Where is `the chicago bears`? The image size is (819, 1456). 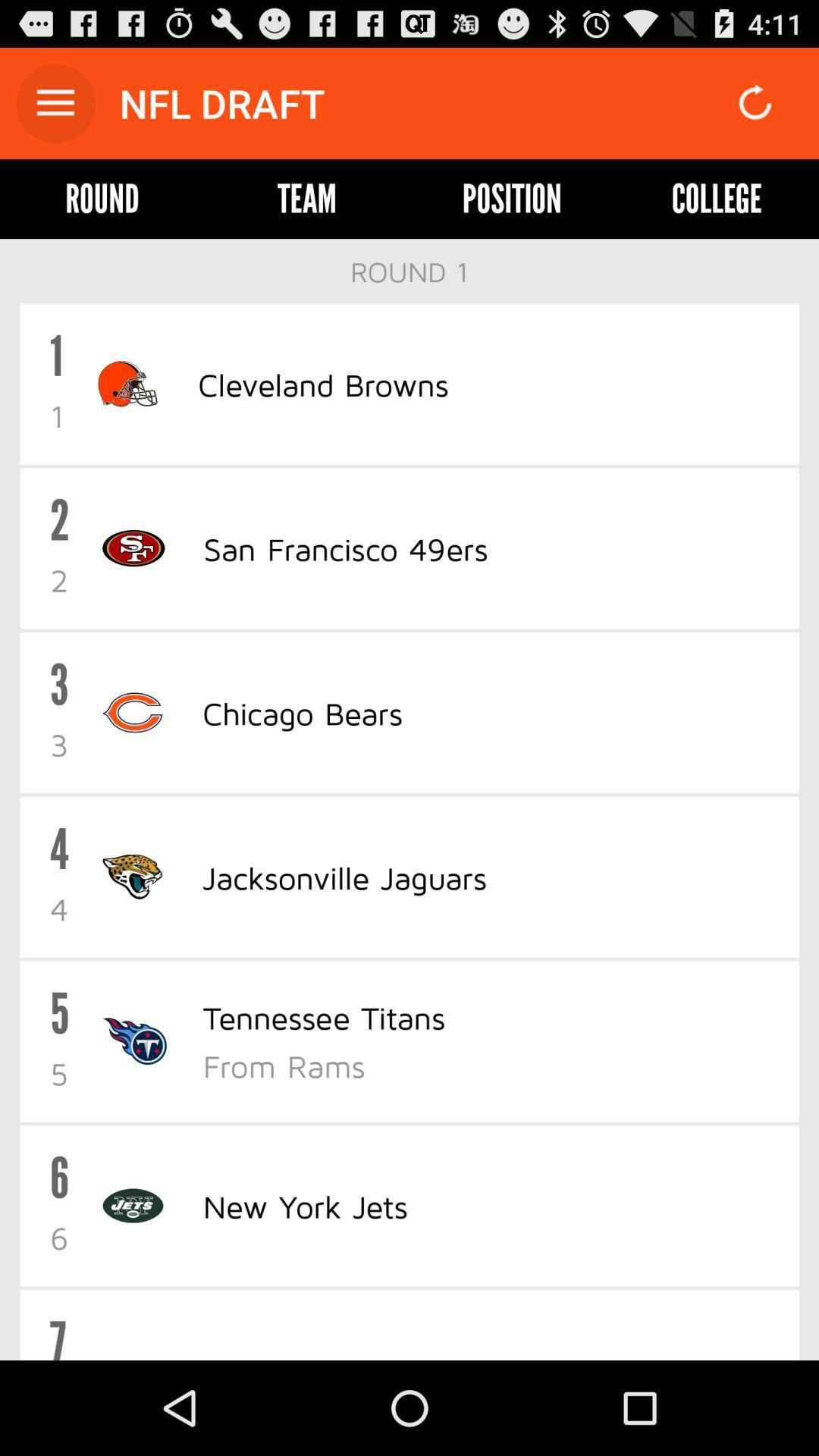 the chicago bears is located at coordinates (302, 712).